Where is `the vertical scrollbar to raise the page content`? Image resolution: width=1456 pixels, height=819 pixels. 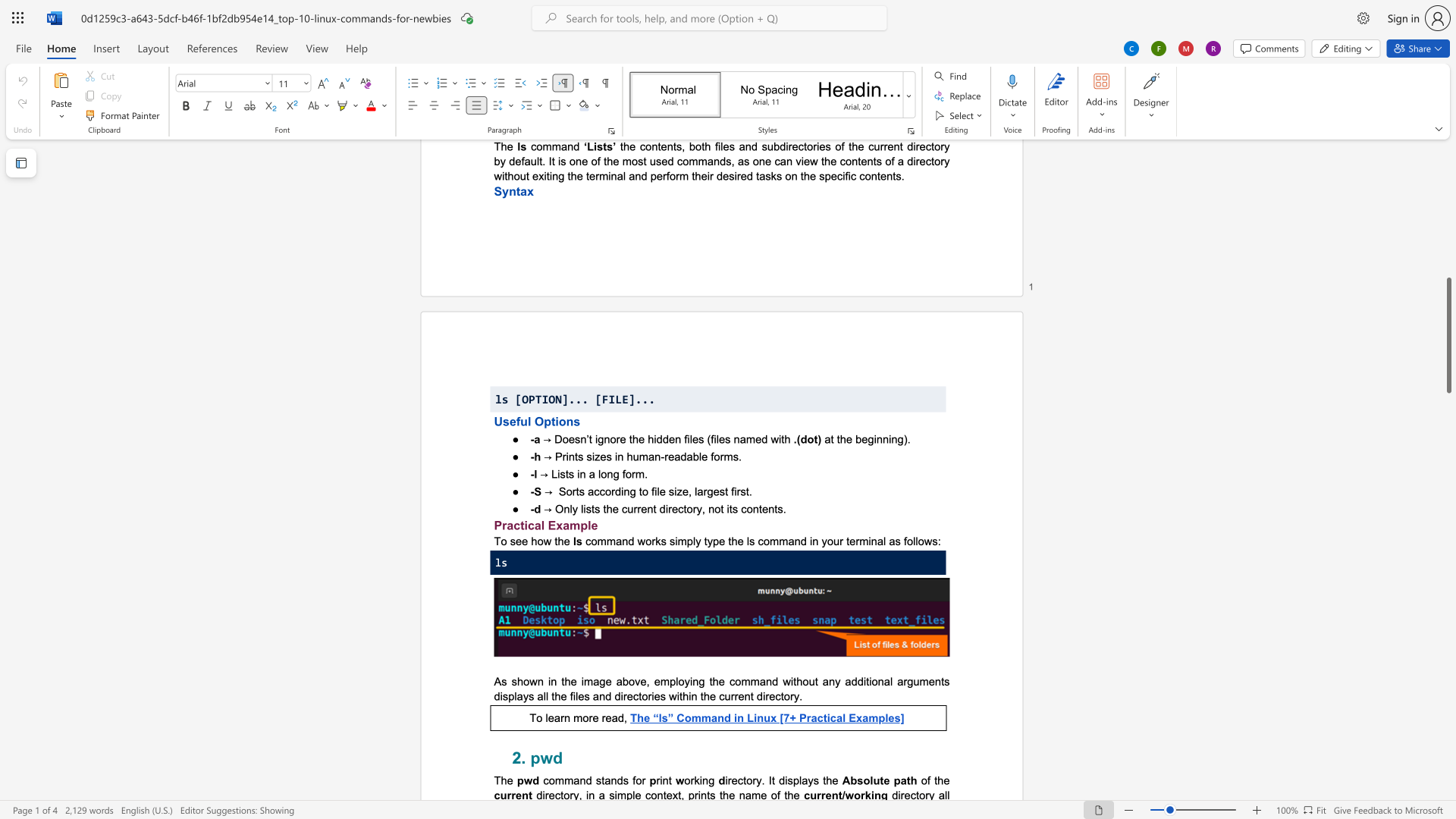 the vertical scrollbar to raise the page content is located at coordinates (1448, 348).